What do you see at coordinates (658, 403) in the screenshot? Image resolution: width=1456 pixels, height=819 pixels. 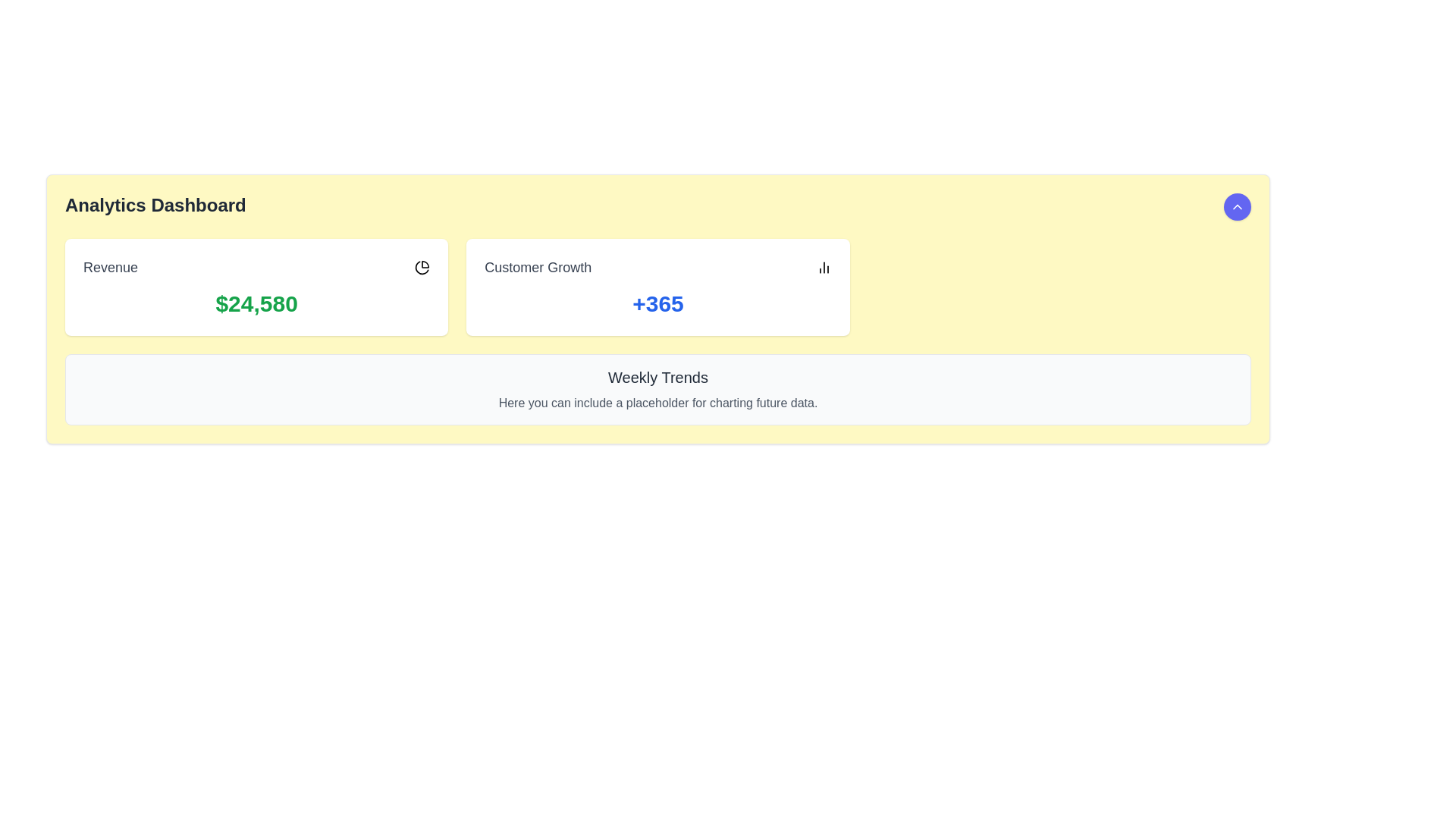 I see `the text block containing the phrase 'Here you can include a placeholder for charting future data.' located under the 'Weekly Trends' heading` at bounding box center [658, 403].